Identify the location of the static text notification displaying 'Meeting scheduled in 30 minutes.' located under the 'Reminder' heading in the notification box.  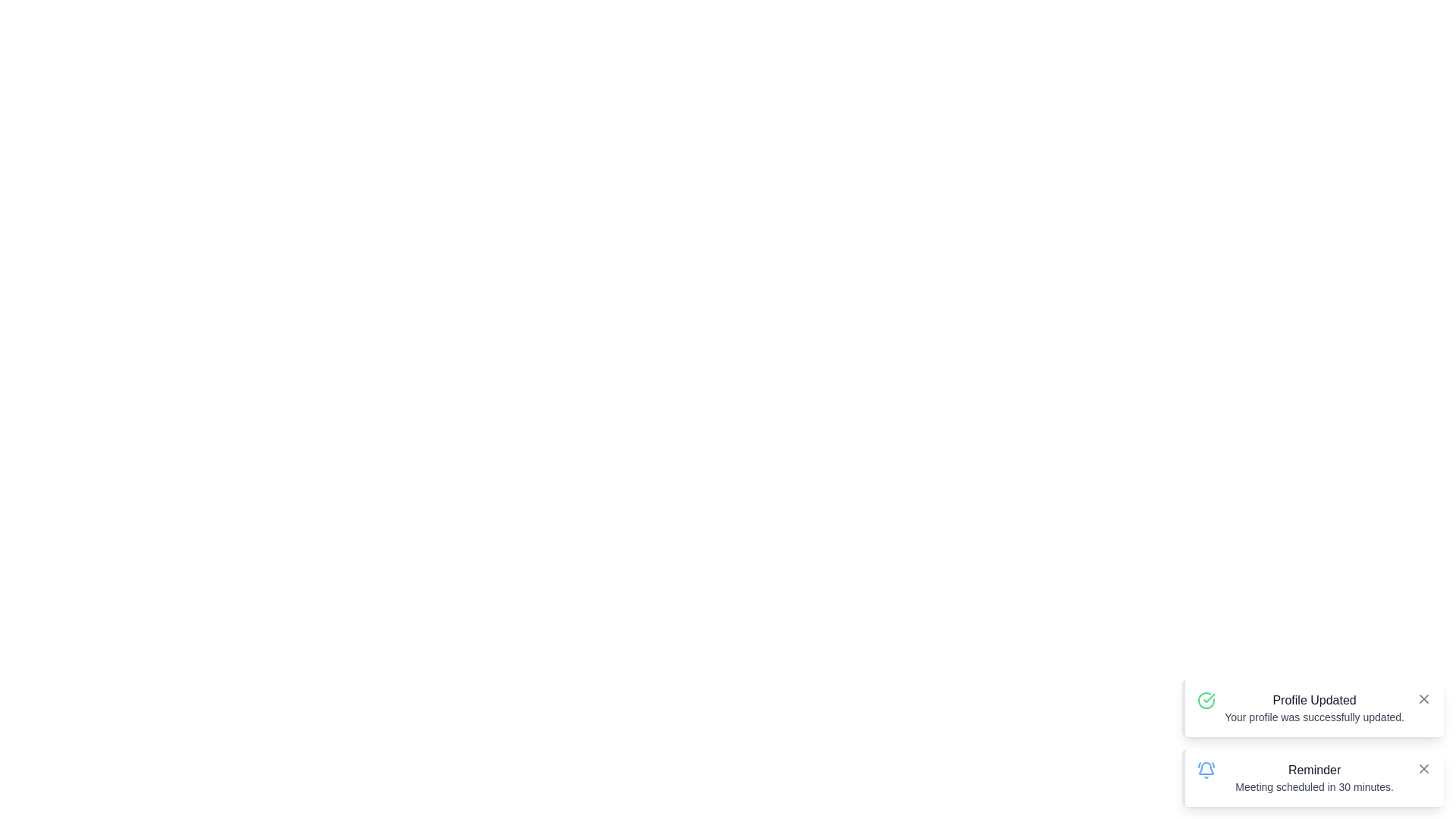
(1313, 786).